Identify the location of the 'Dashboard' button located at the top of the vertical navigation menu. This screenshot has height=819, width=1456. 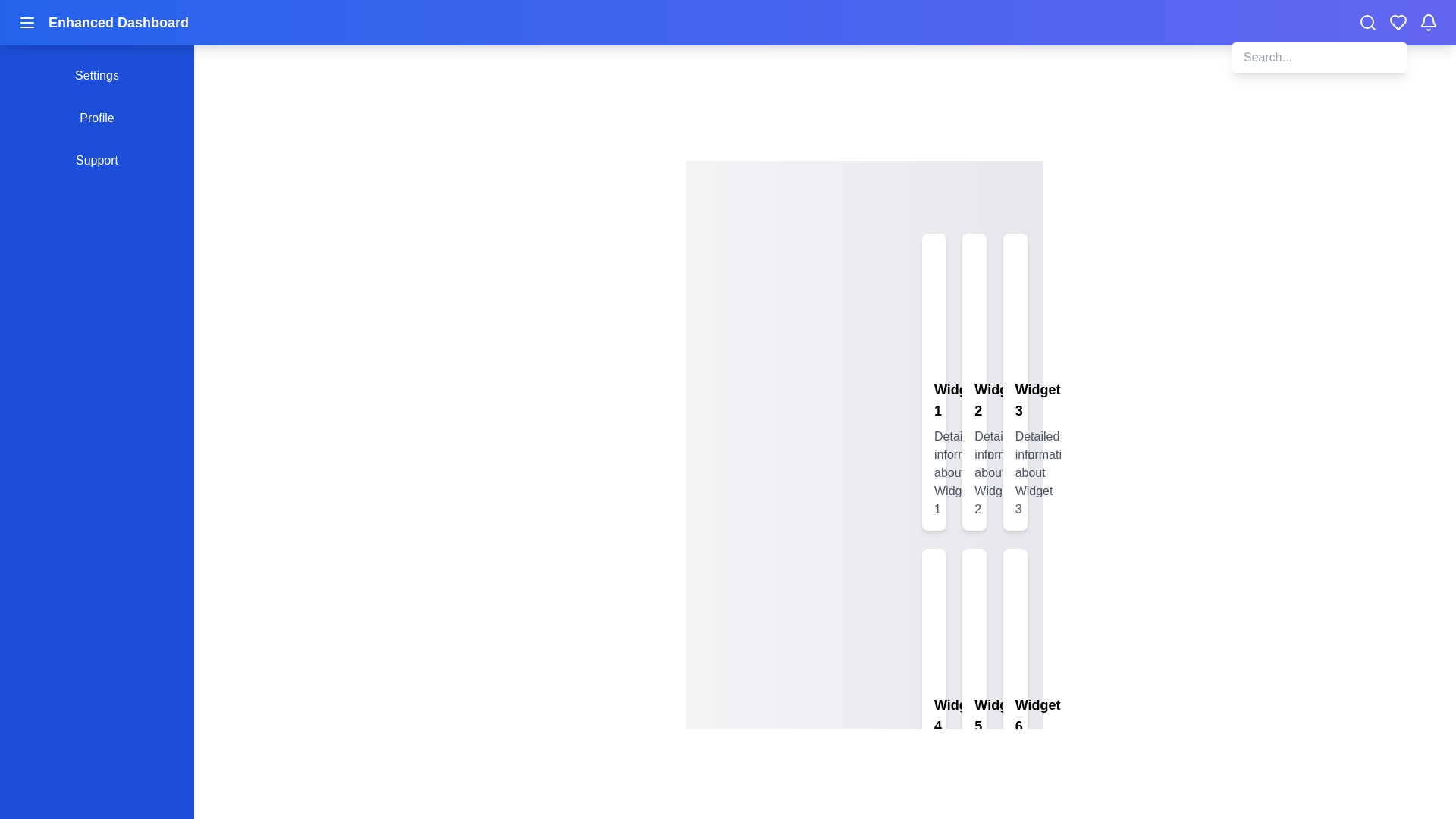
(96, 33).